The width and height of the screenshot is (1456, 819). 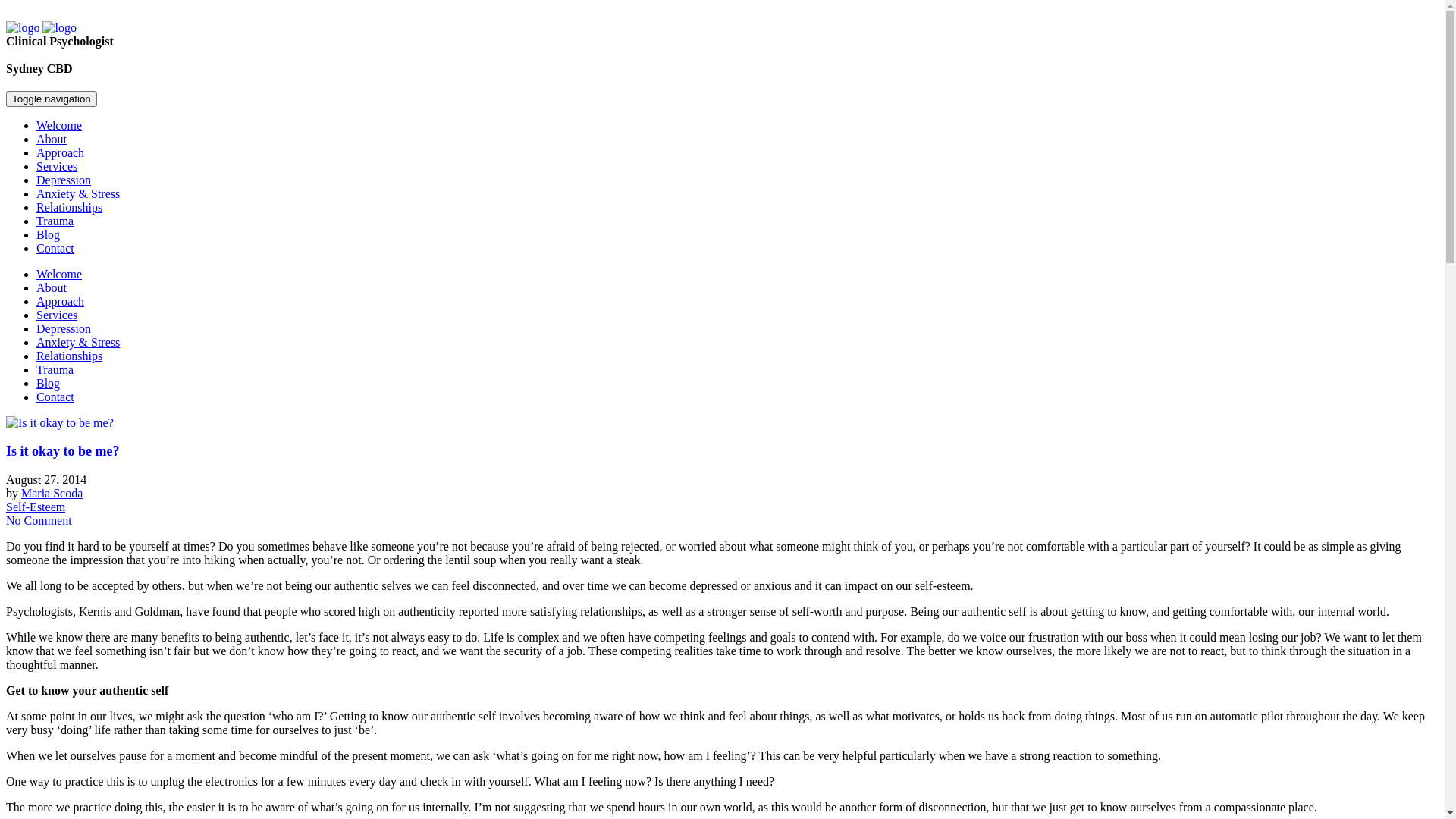 What do you see at coordinates (55, 247) in the screenshot?
I see `'Contact'` at bounding box center [55, 247].